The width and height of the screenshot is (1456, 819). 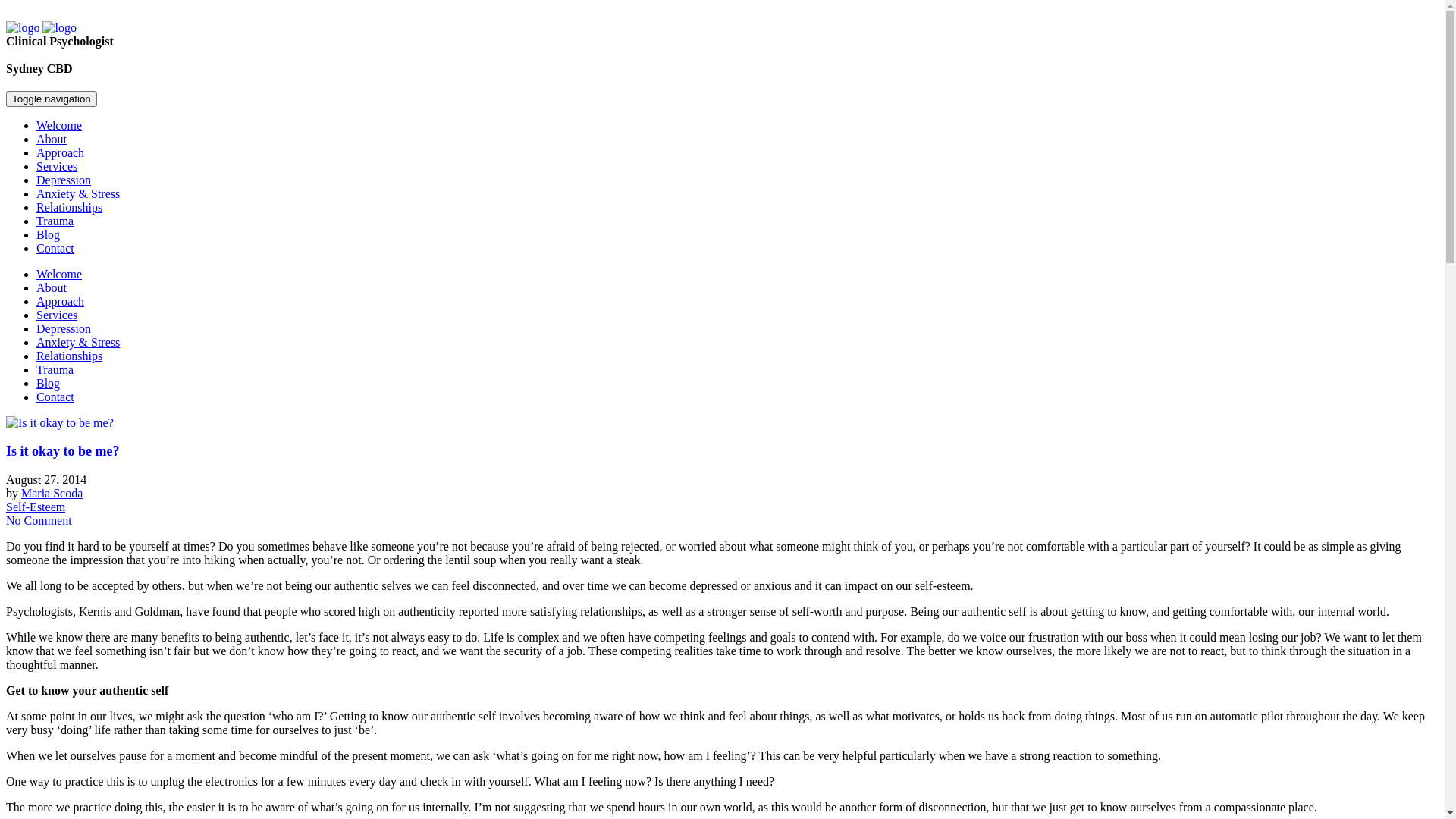 What do you see at coordinates (55, 247) in the screenshot?
I see `'Contact'` at bounding box center [55, 247].